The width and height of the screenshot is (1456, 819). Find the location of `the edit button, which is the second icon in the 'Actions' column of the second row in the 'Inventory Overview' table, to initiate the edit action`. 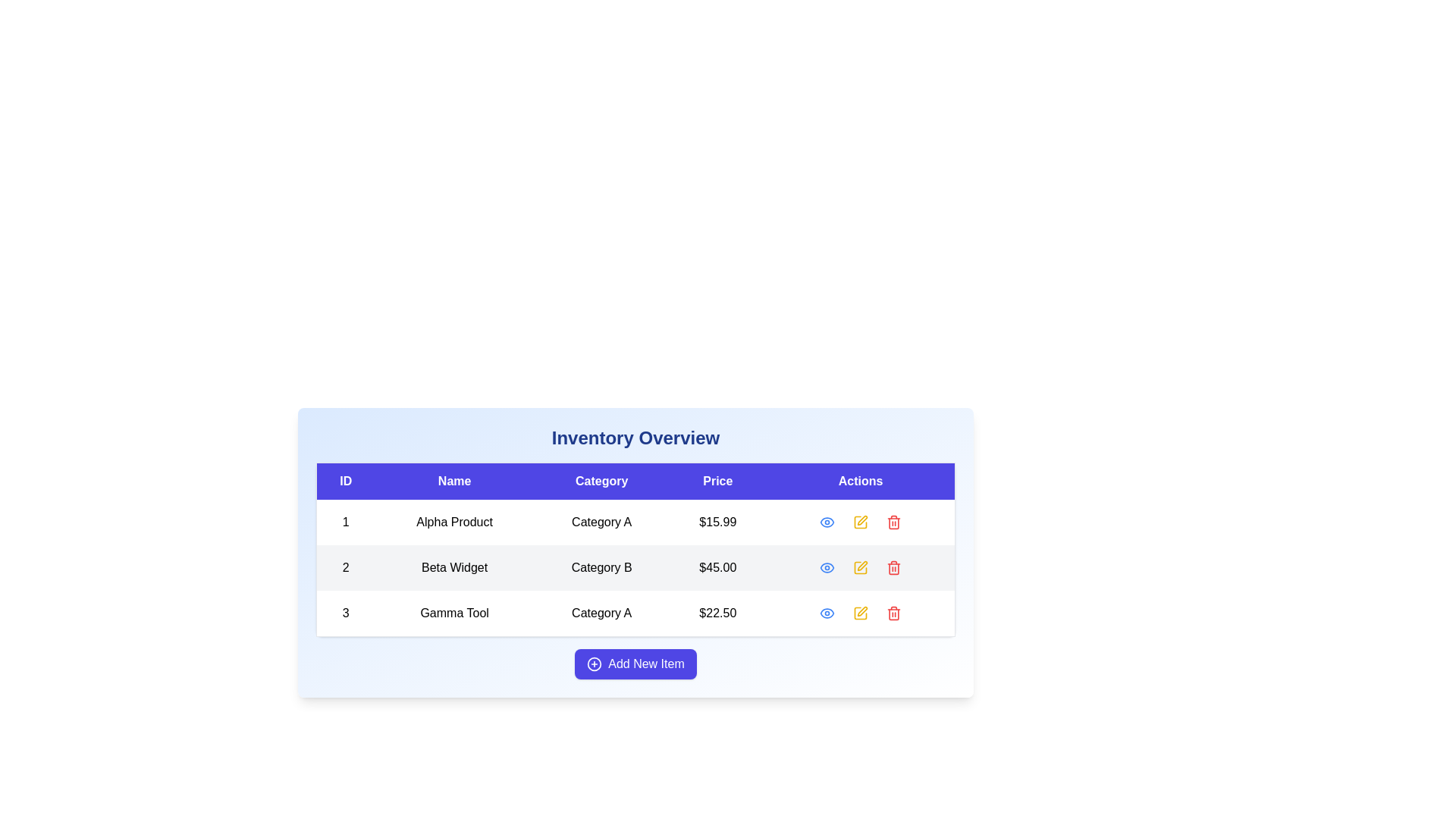

the edit button, which is the second icon in the 'Actions' column of the second row in the 'Inventory Overview' table, to initiate the edit action is located at coordinates (861, 567).